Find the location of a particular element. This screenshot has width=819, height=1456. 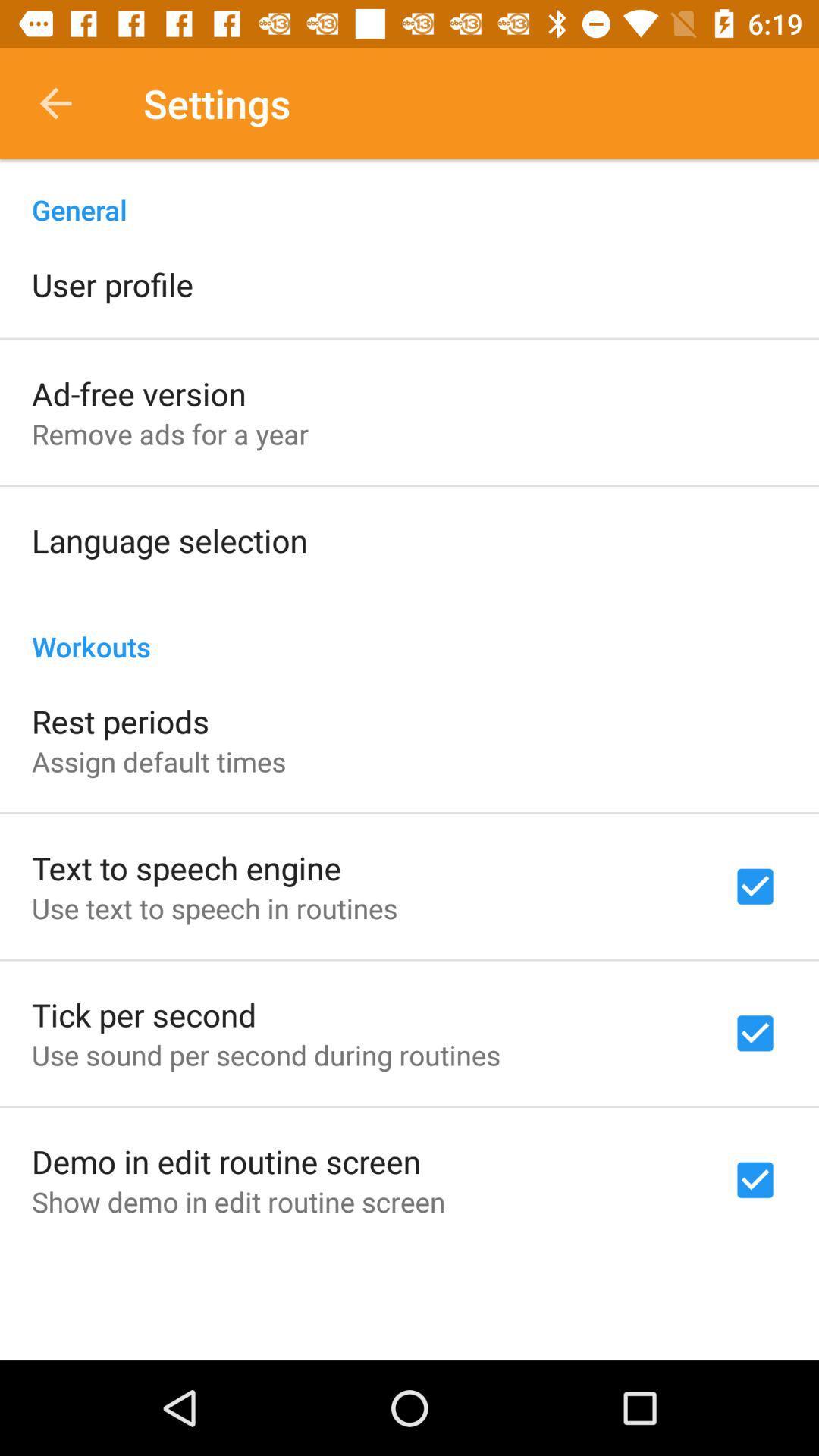

item below the rest periods item is located at coordinates (158, 761).